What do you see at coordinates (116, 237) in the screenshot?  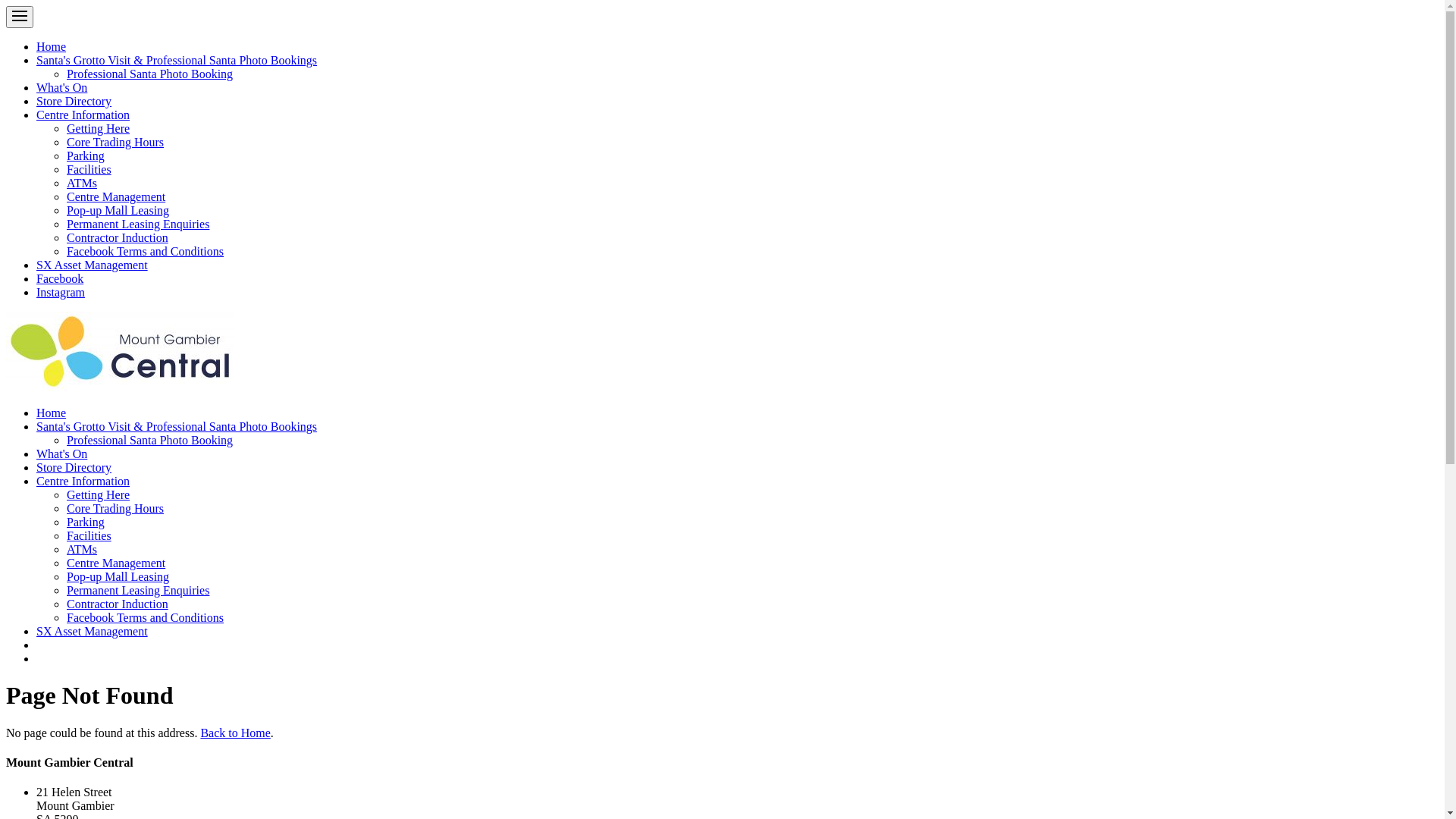 I see `'Contractor Induction'` at bounding box center [116, 237].